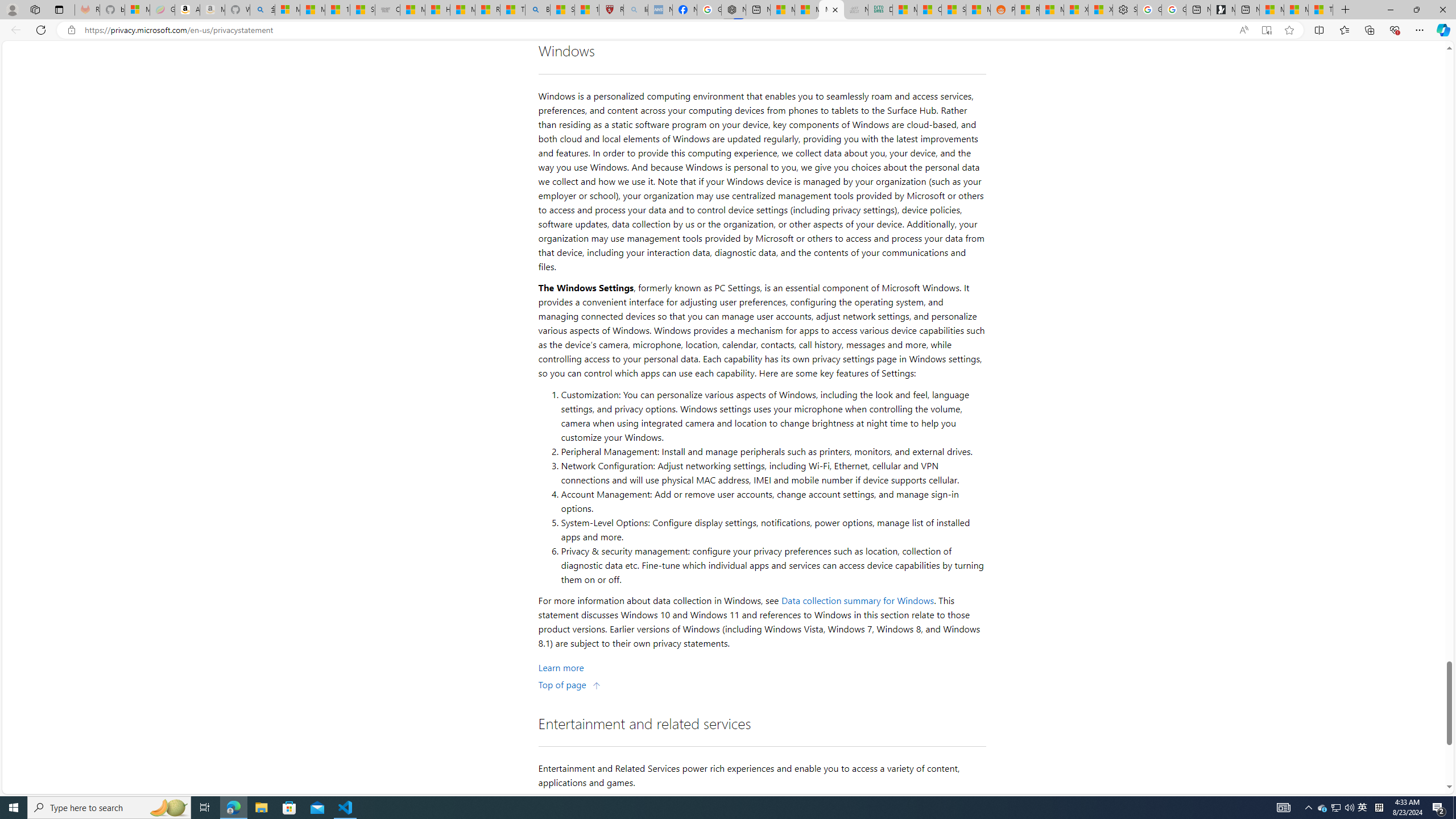 The image size is (1456, 819). Describe the element at coordinates (855, 9) in the screenshot. I see `'Navy Quest'` at that location.